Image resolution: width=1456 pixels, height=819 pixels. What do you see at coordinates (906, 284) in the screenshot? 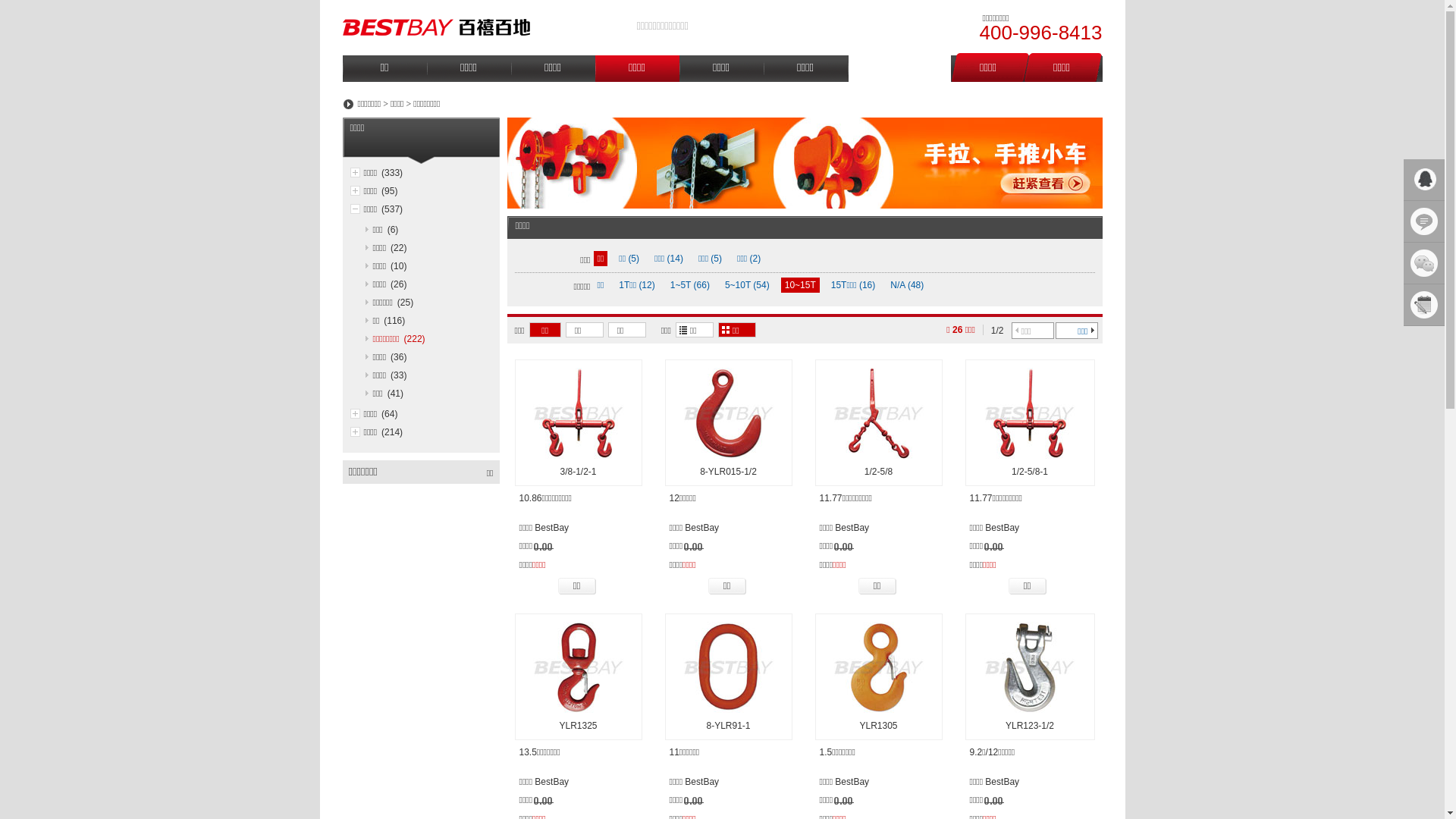
I see `'N/A (48)'` at bounding box center [906, 284].